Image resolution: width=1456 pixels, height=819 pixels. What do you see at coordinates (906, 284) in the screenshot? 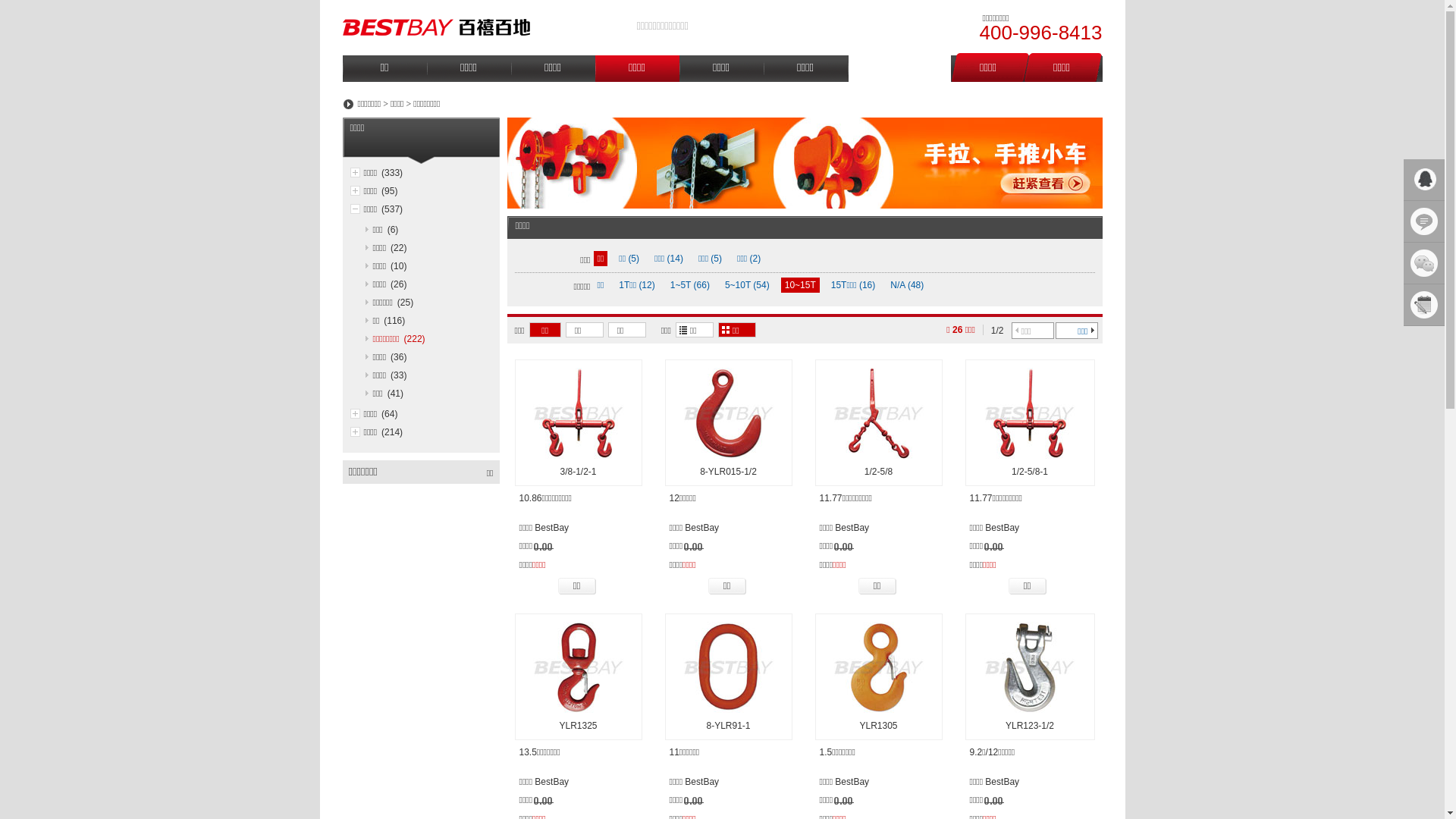
I see `'N/A (48)'` at bounding box center [906, 284].